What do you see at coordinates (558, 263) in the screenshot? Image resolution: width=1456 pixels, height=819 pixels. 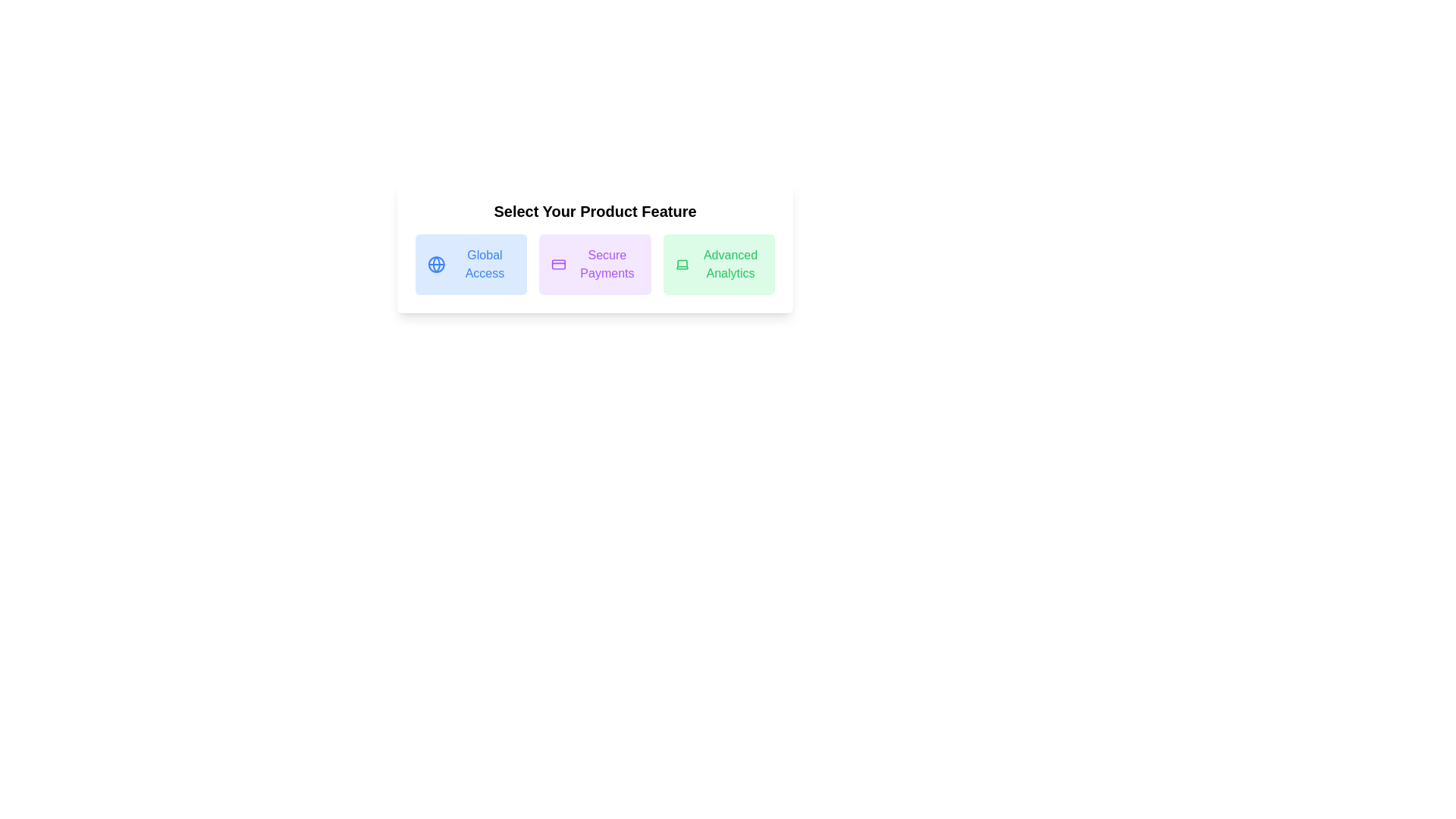 I see `the small rectangular shape with rounded corners that is part of the 'Secure Payments' icon, located in the center of the second feature card from the left under the title 'Select Your Product Feature.'` at bounding box center [558, 263].